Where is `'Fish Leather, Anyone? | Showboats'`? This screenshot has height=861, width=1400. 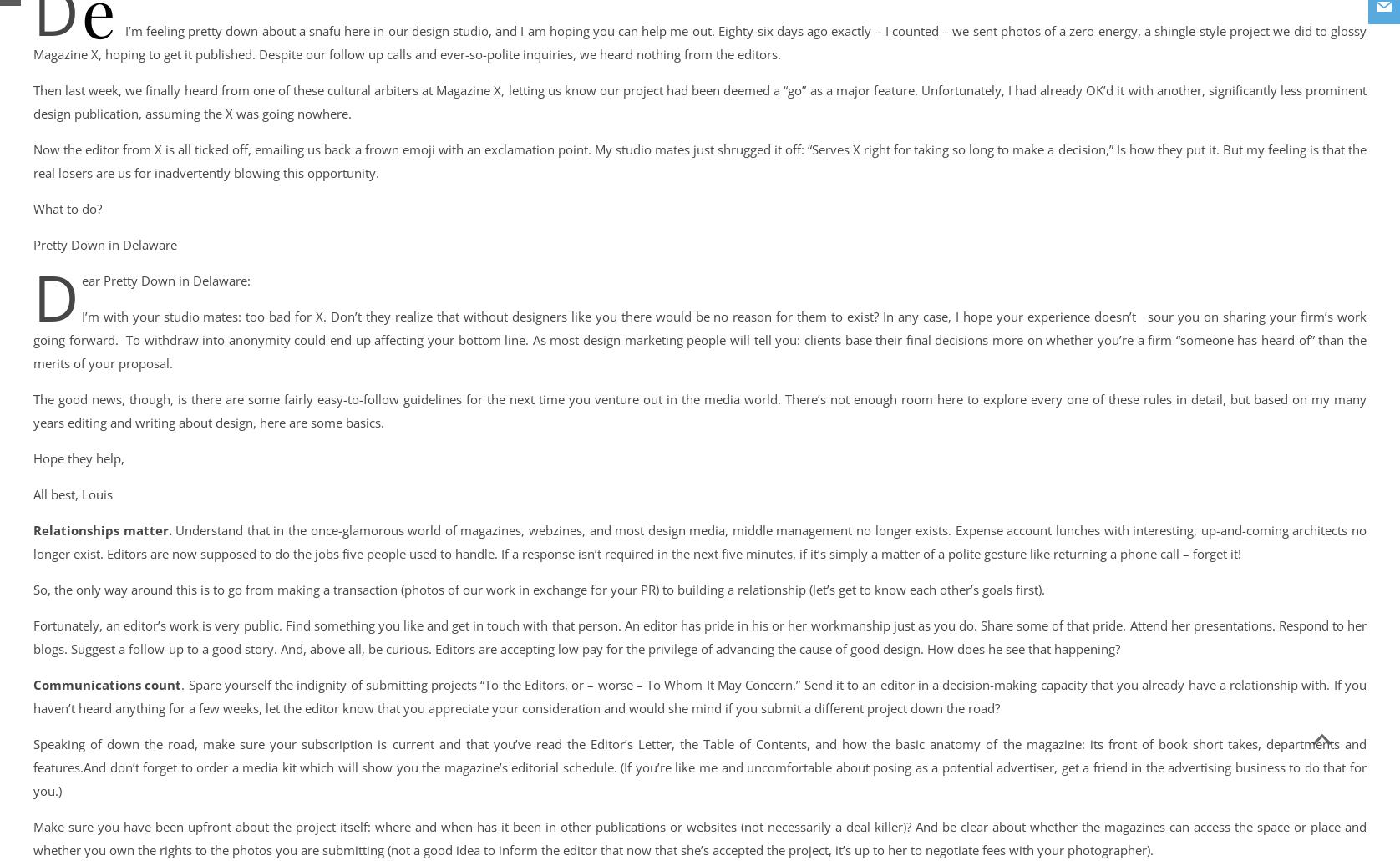 'Fish Leather, Anyone? | Showboats' is located at coordinates (119, 43).